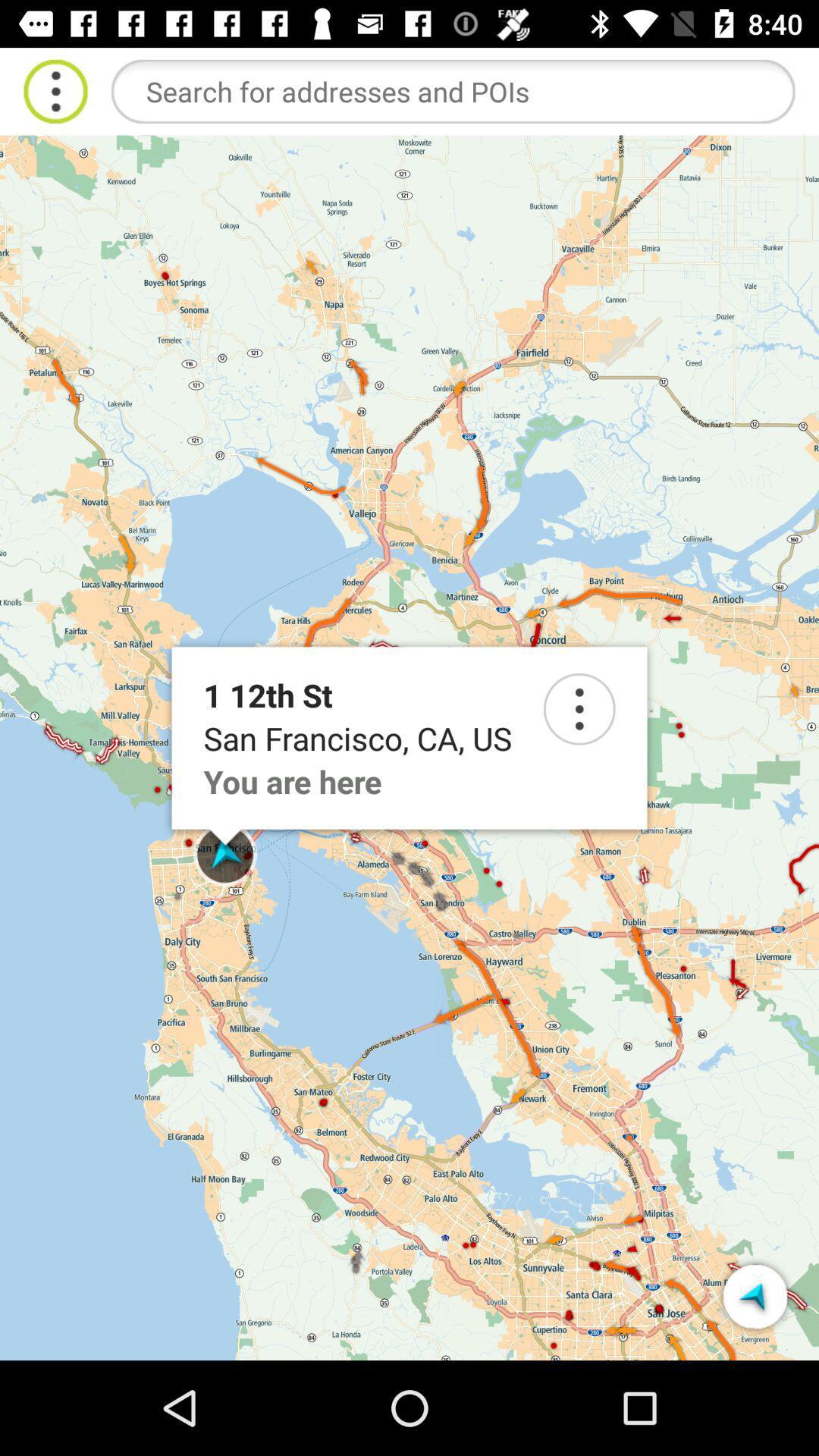  What do you see at coordinates (579, 708) in the screenshot?
I see `location option` at bounding box center [579, 708].